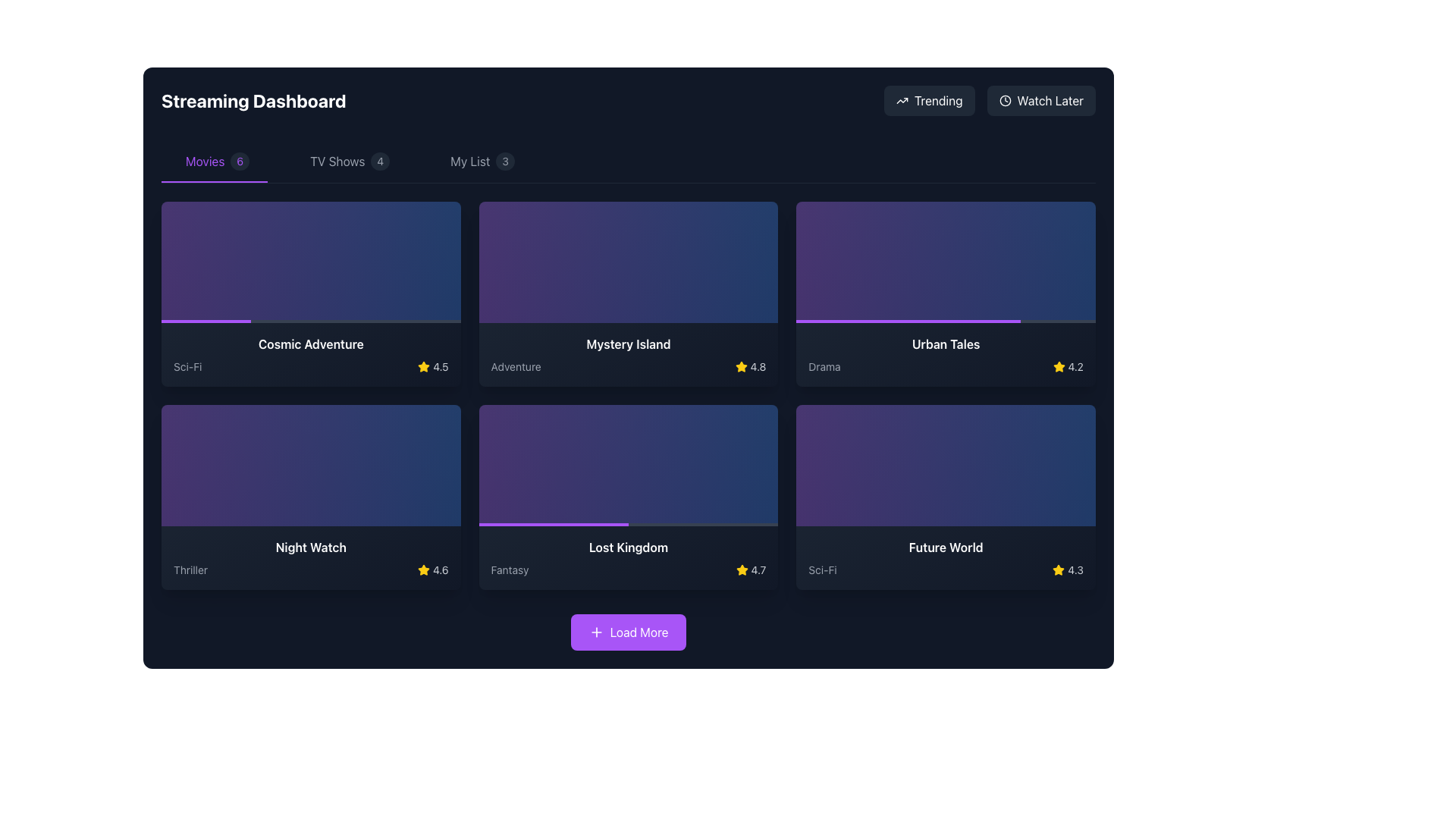 The width and height of the screenshot is (1456, 819). What do you see at coordinates (380, 161) in the screenshot?
I see `the Badge or numerical indicator that displays the count of TV shows, located to the right of the 'TV Shows' text in the navigation bar` at bounding box center [380, 161].